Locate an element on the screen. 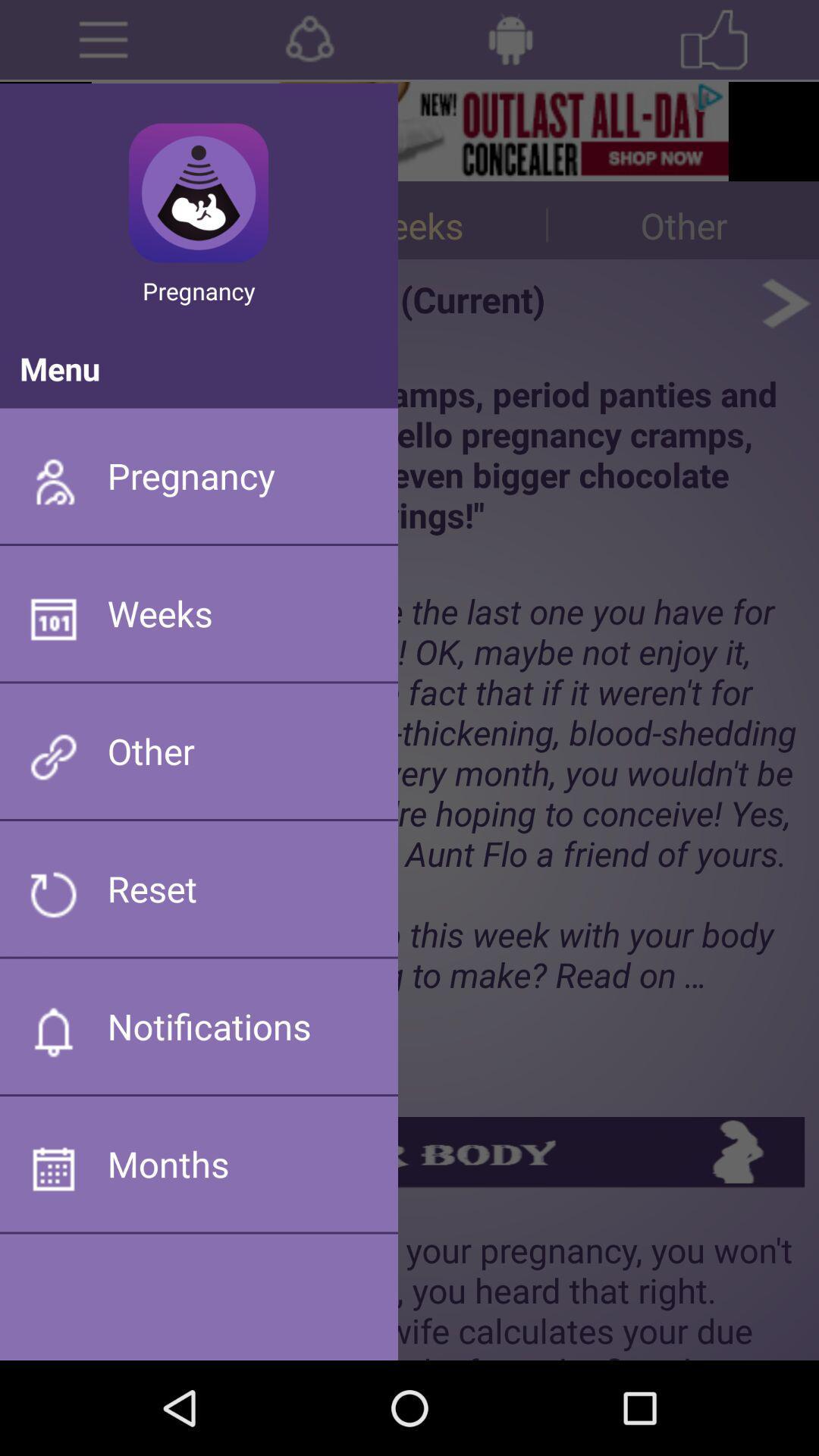  the arrow_forward icon is located at coordinates (785, 323).